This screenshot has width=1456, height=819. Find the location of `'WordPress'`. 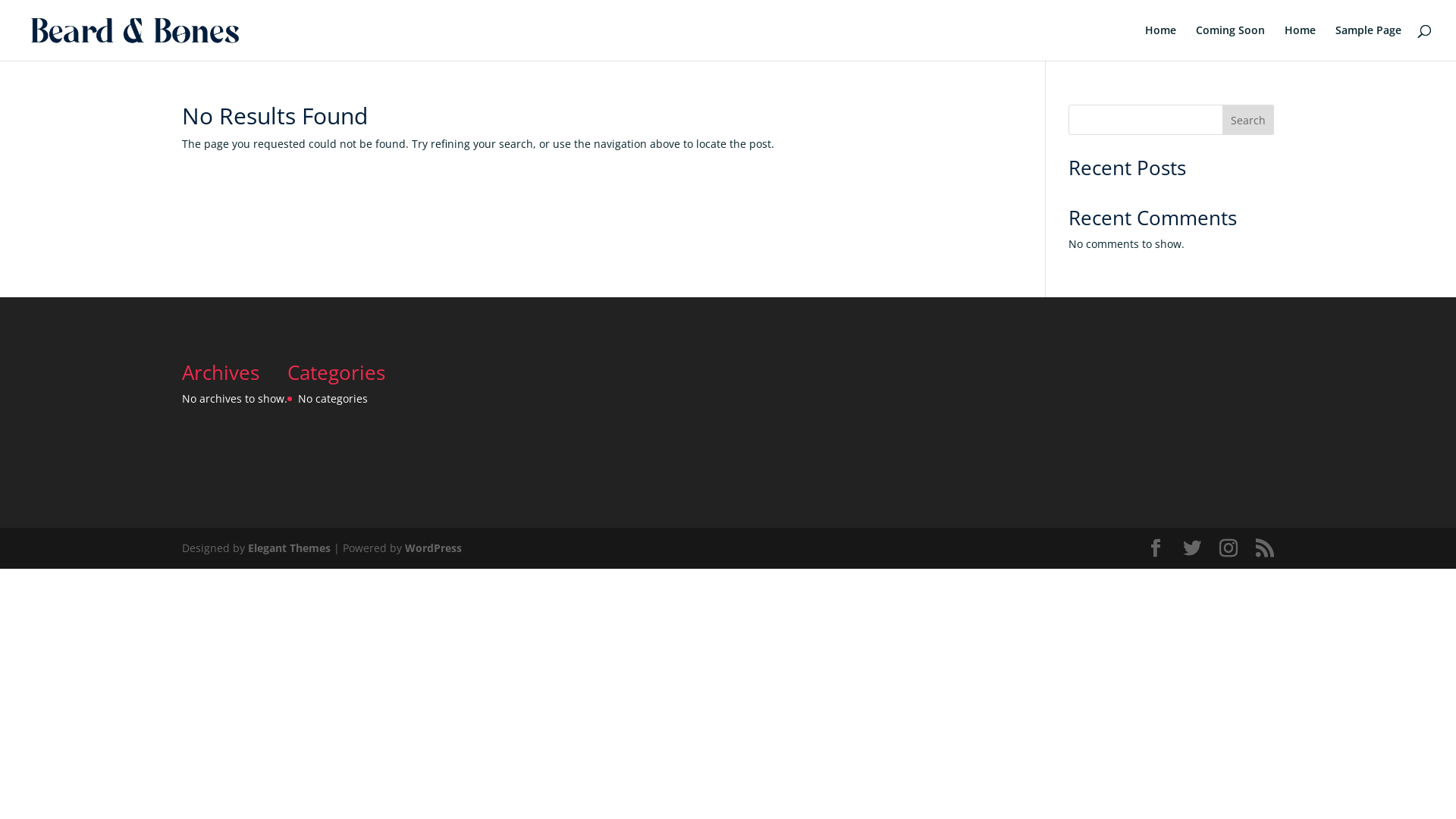

'WordPress' is located at coordinates (432, 548).